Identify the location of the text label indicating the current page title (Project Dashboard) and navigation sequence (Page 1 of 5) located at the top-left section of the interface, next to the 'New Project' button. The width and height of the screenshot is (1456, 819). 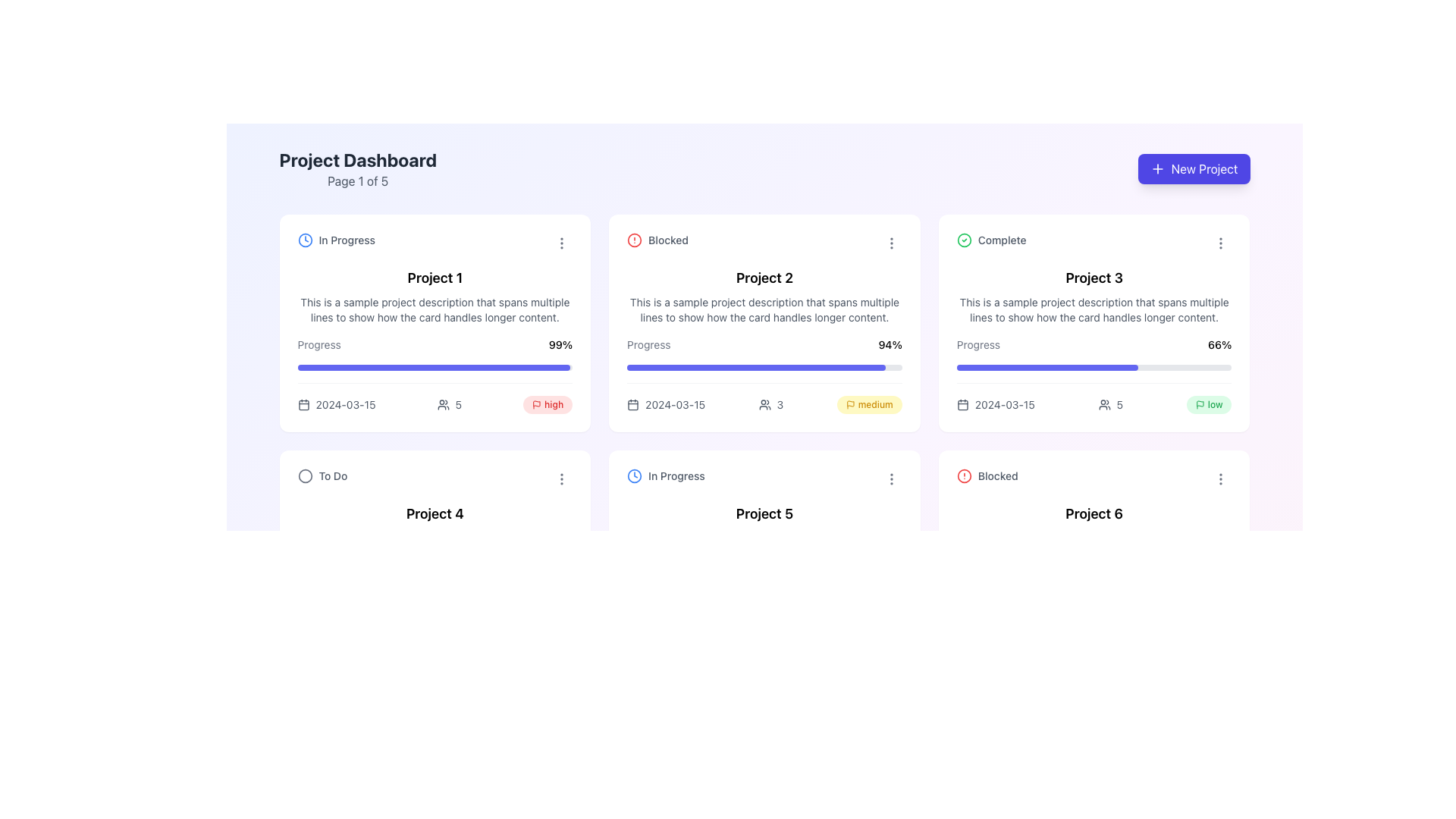
(357, 169).